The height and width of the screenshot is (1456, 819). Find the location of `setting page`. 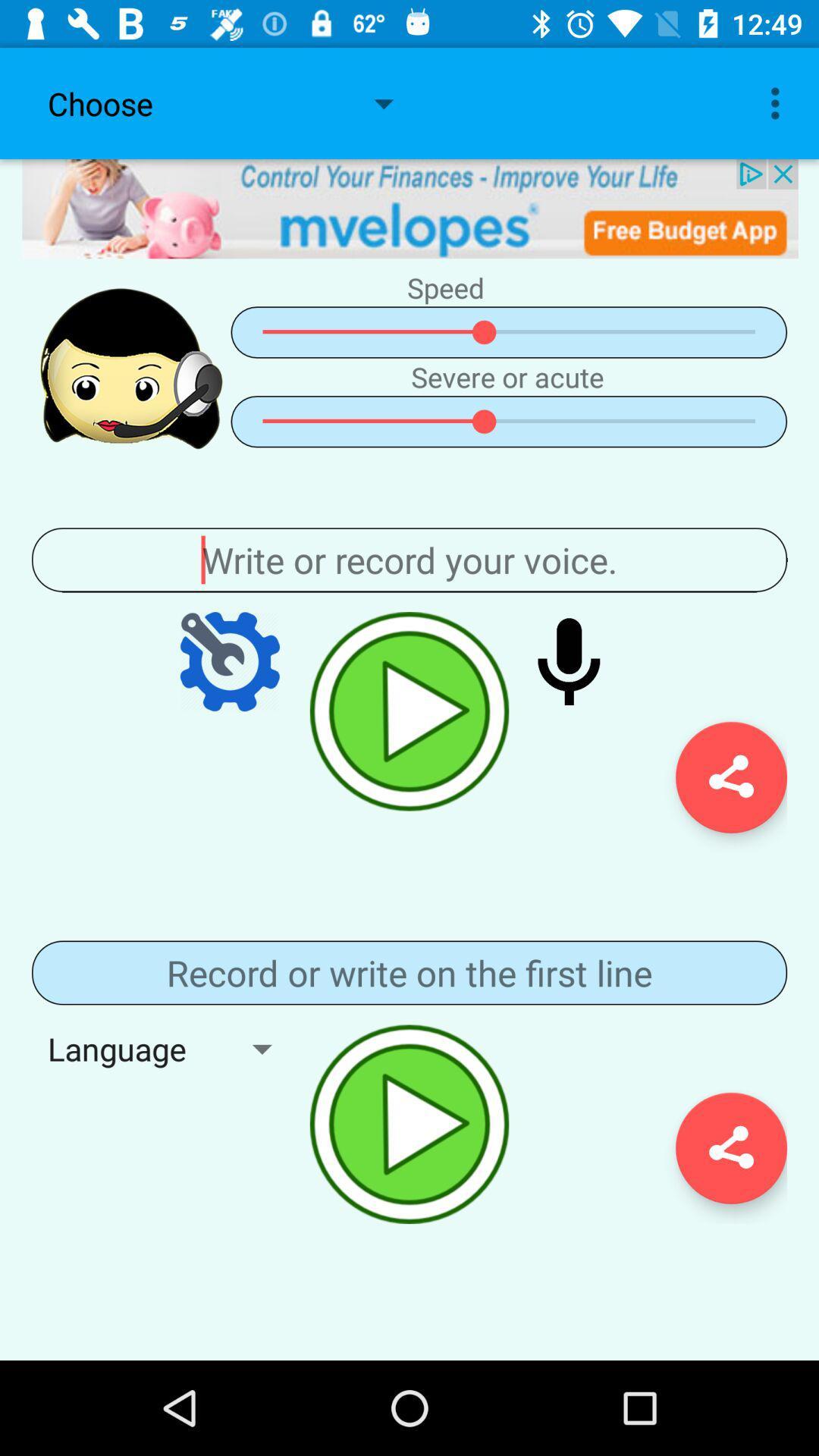

setting page is located at coordinates (230, 661).